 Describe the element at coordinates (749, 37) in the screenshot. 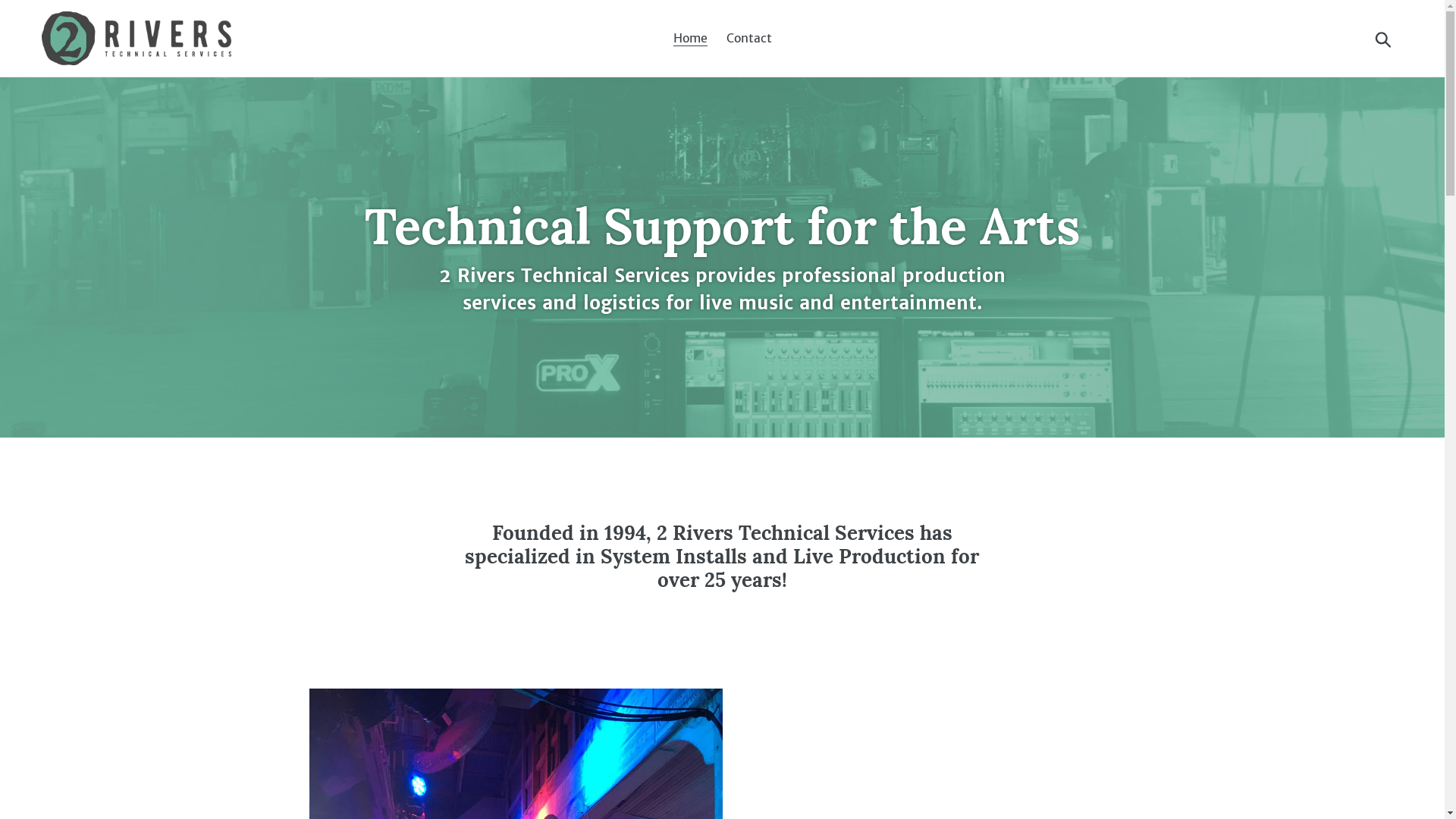

I see `'Contact'` at that location.